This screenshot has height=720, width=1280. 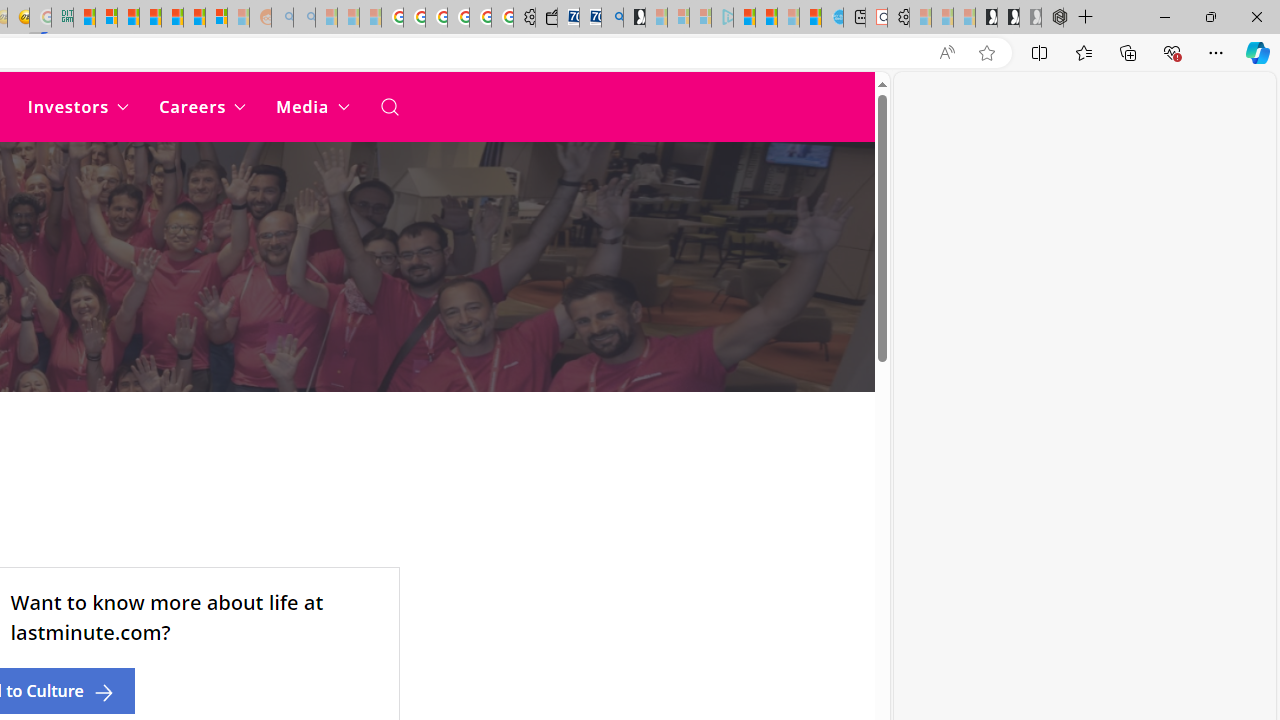 What do you see at coordinates (389, 106) in the screenshot?
I see `'Open Search'` at bounding box center [389, 106].